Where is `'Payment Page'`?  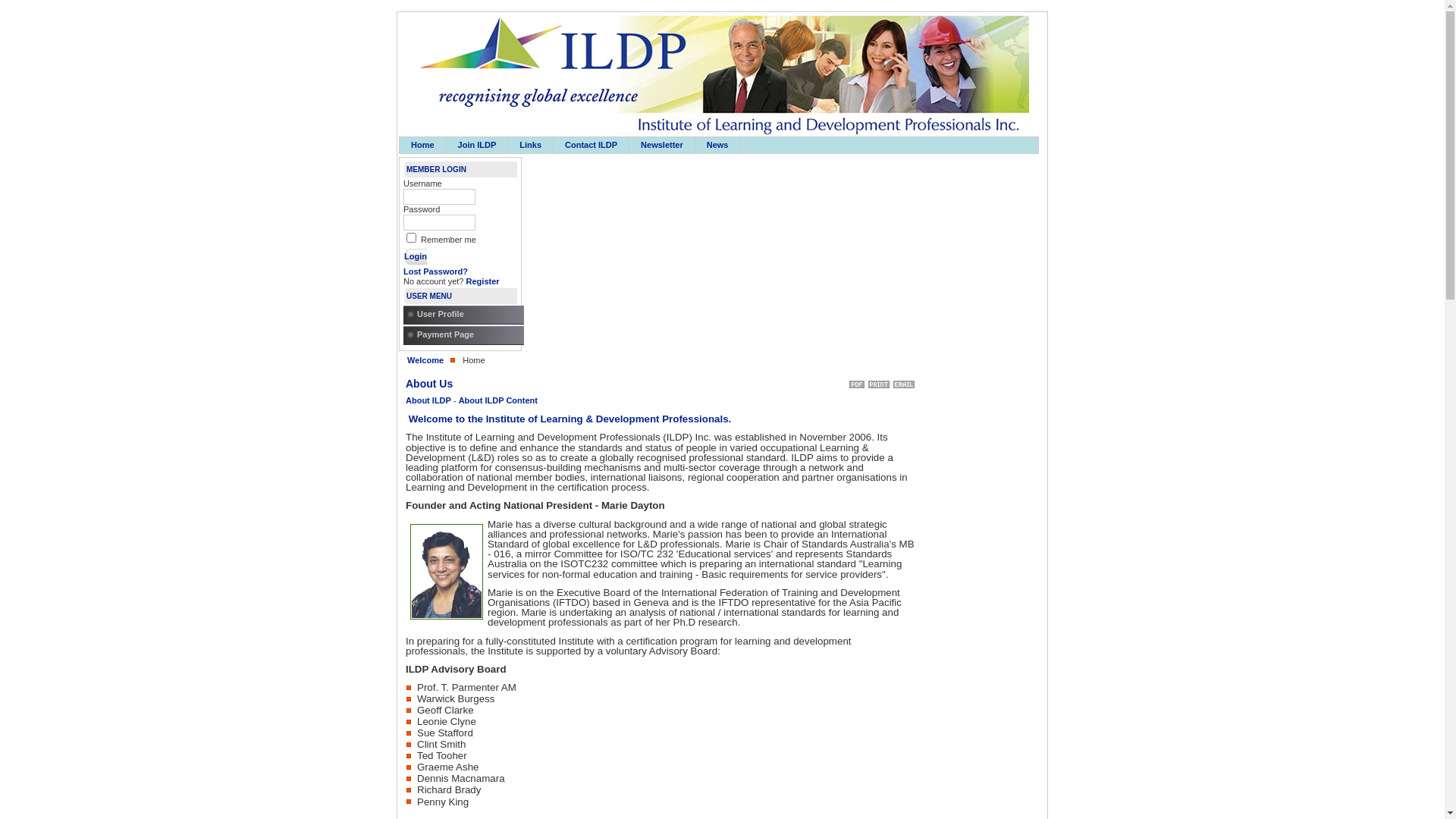
'Payment Page' is located at coordinates (466, 334).